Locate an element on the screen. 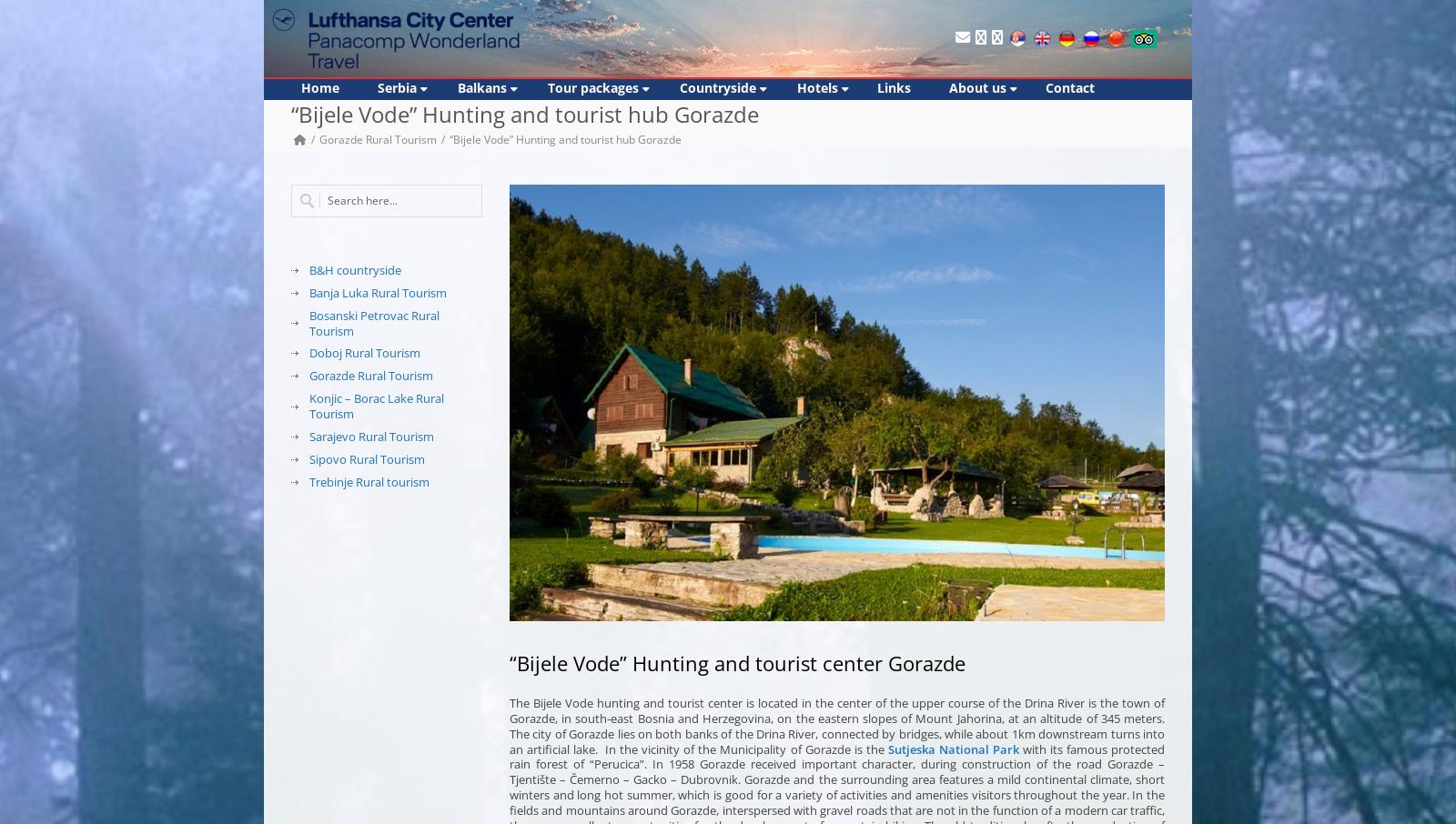 The height and width of the screenshot is (824, 1456). 'In the' is located at coordinates (1148, 795).